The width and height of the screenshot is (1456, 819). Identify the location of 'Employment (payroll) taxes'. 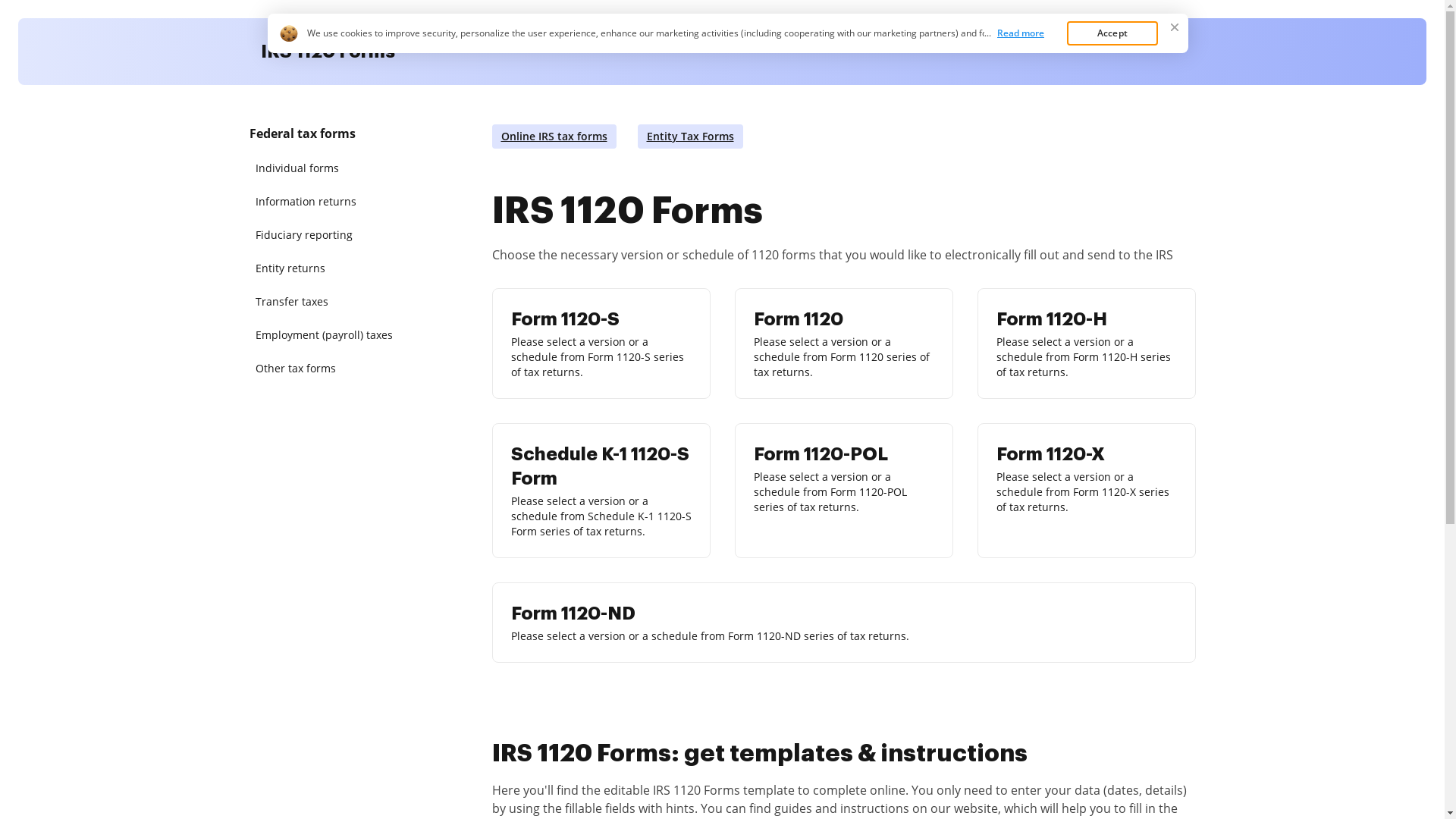
(327, 334).